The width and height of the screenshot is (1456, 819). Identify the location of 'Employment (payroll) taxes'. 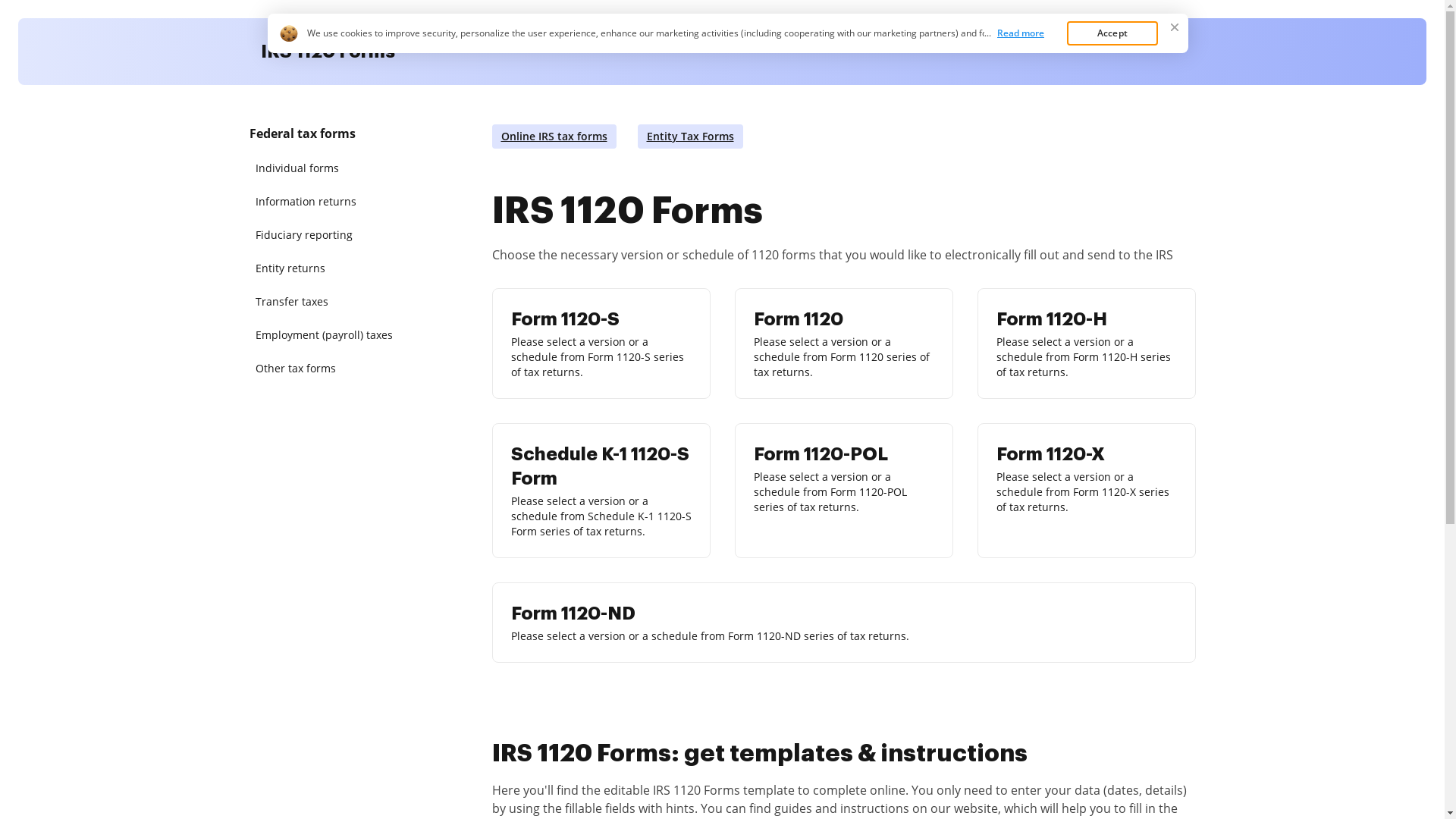
(327, 334).